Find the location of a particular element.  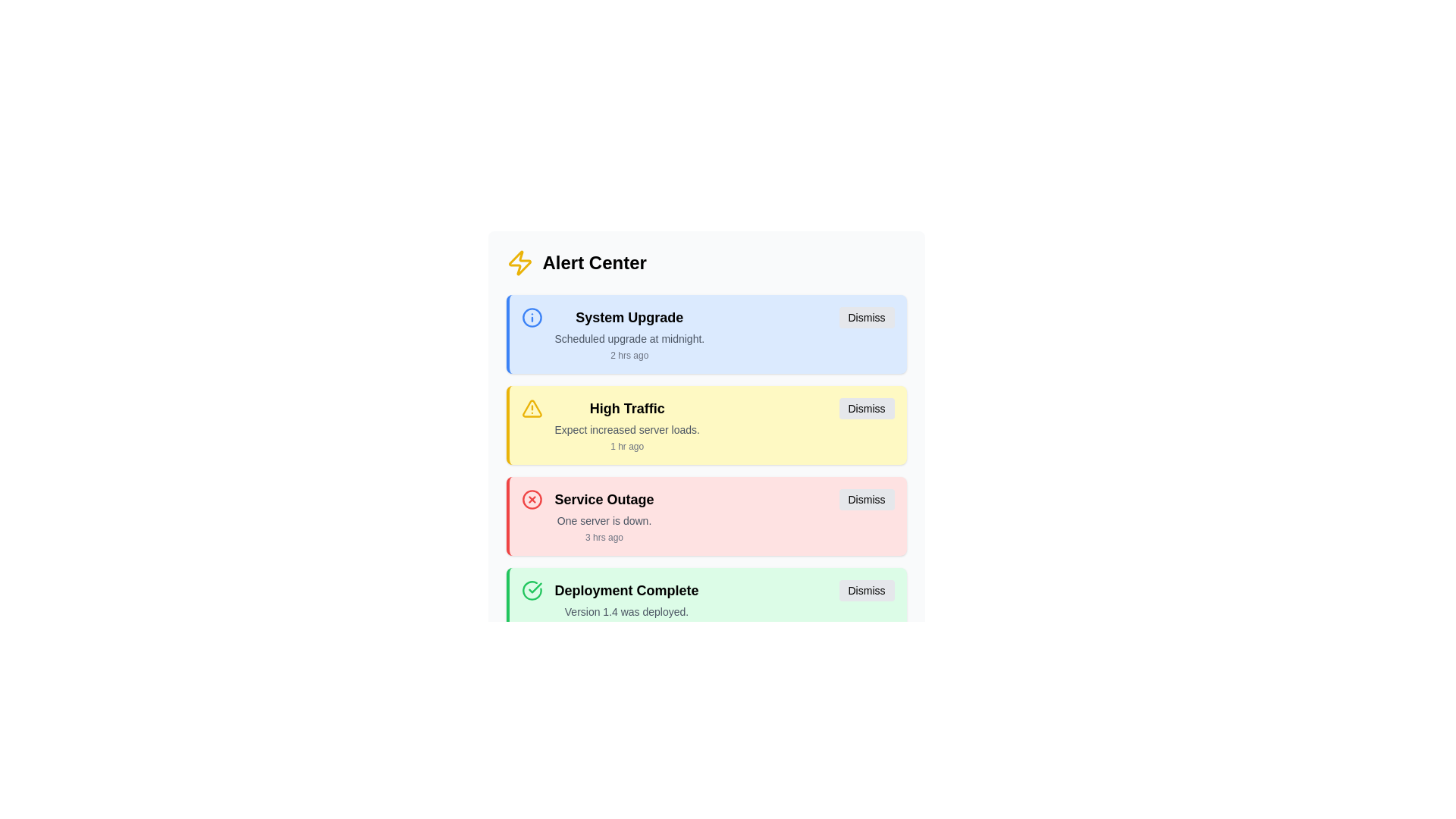

the details associated with the warning icon for the 'High Traffic' alert notification, which is part of the yellow alert card in the 'Alert Center' is located at coordinates (532, 408).